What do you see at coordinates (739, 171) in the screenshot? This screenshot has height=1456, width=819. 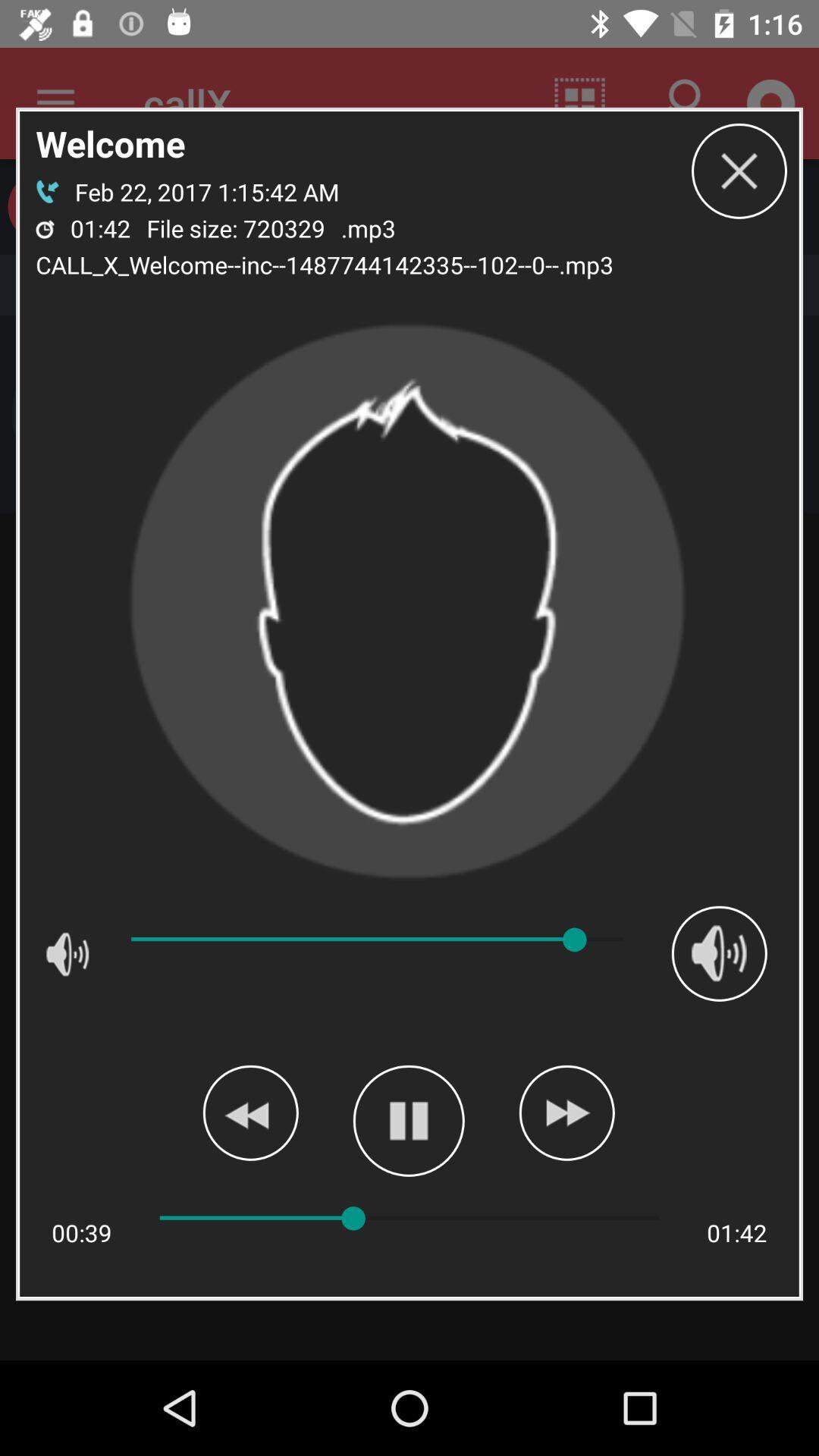 I see `icon next to the .mp3 icon` at bounding box center [739, 171].